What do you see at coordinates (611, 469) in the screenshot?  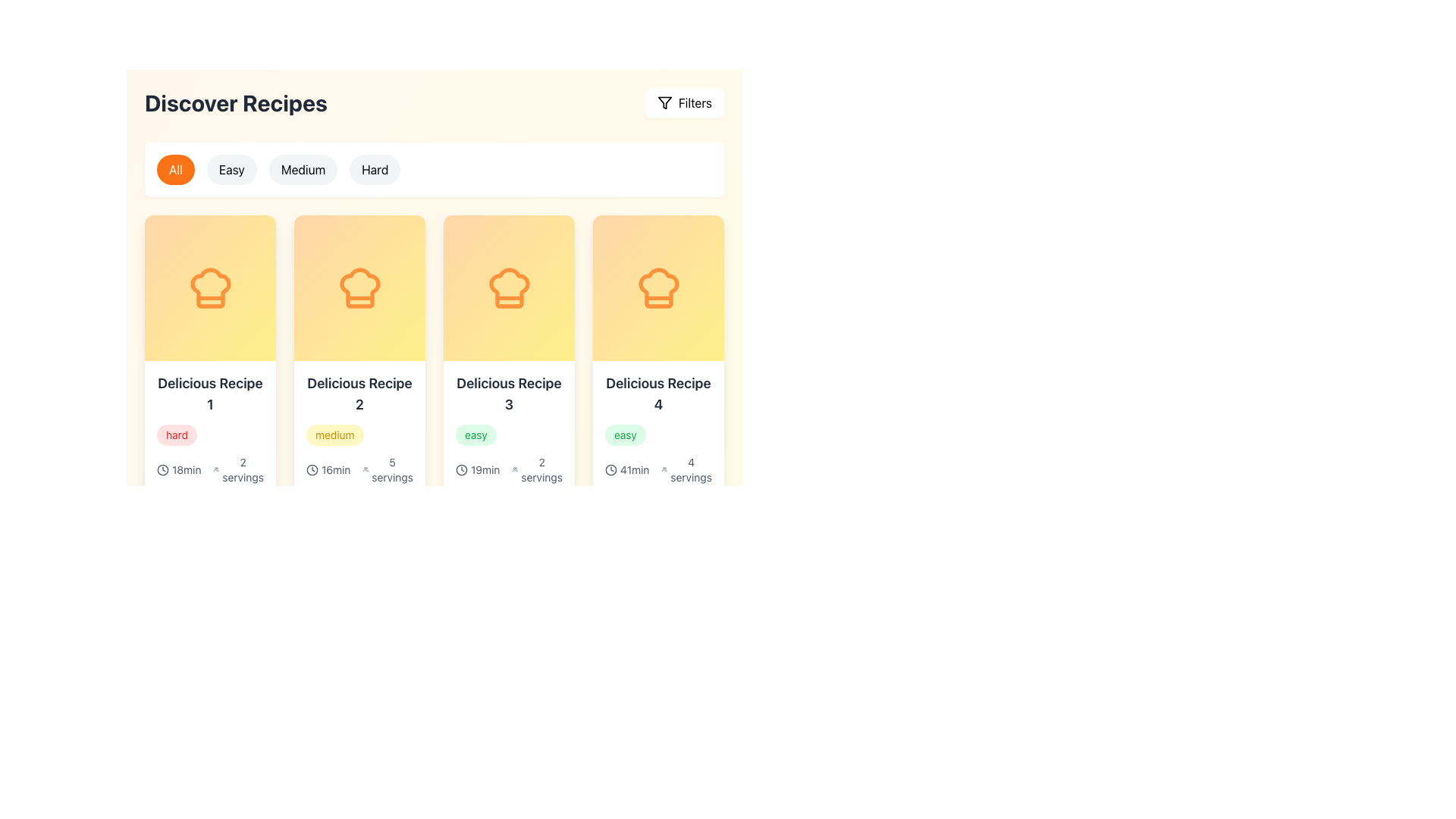 I see `the context of the SVG circle element that represents time in the clock icon for 'Delicious Recipe 4', located at the center-bottom of the card` at bounding box center [611, 469].